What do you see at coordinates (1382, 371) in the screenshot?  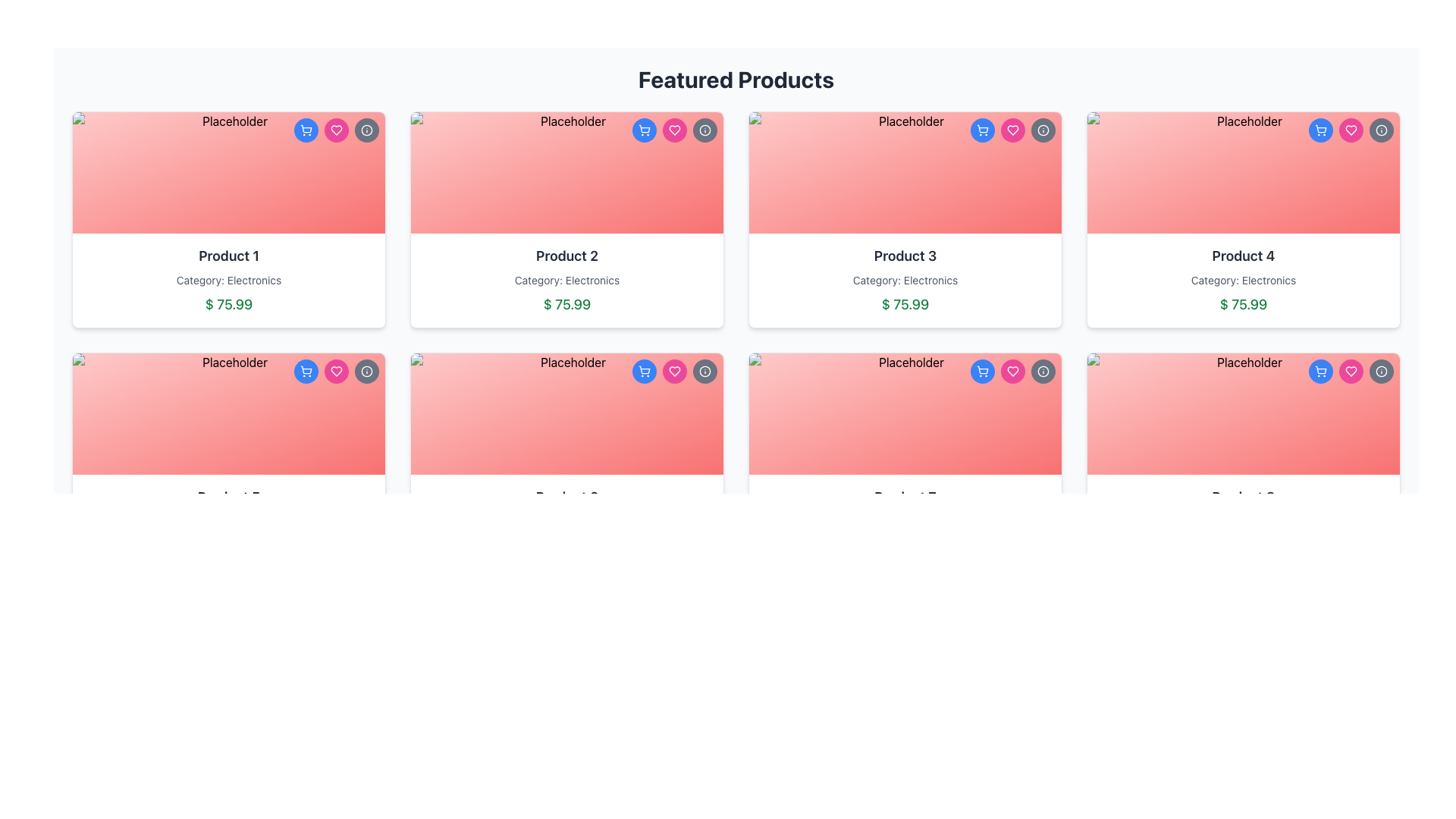 I see `the information button located in the top-right corner of the 'Product 4' card` at bounding box center [1382, 371].